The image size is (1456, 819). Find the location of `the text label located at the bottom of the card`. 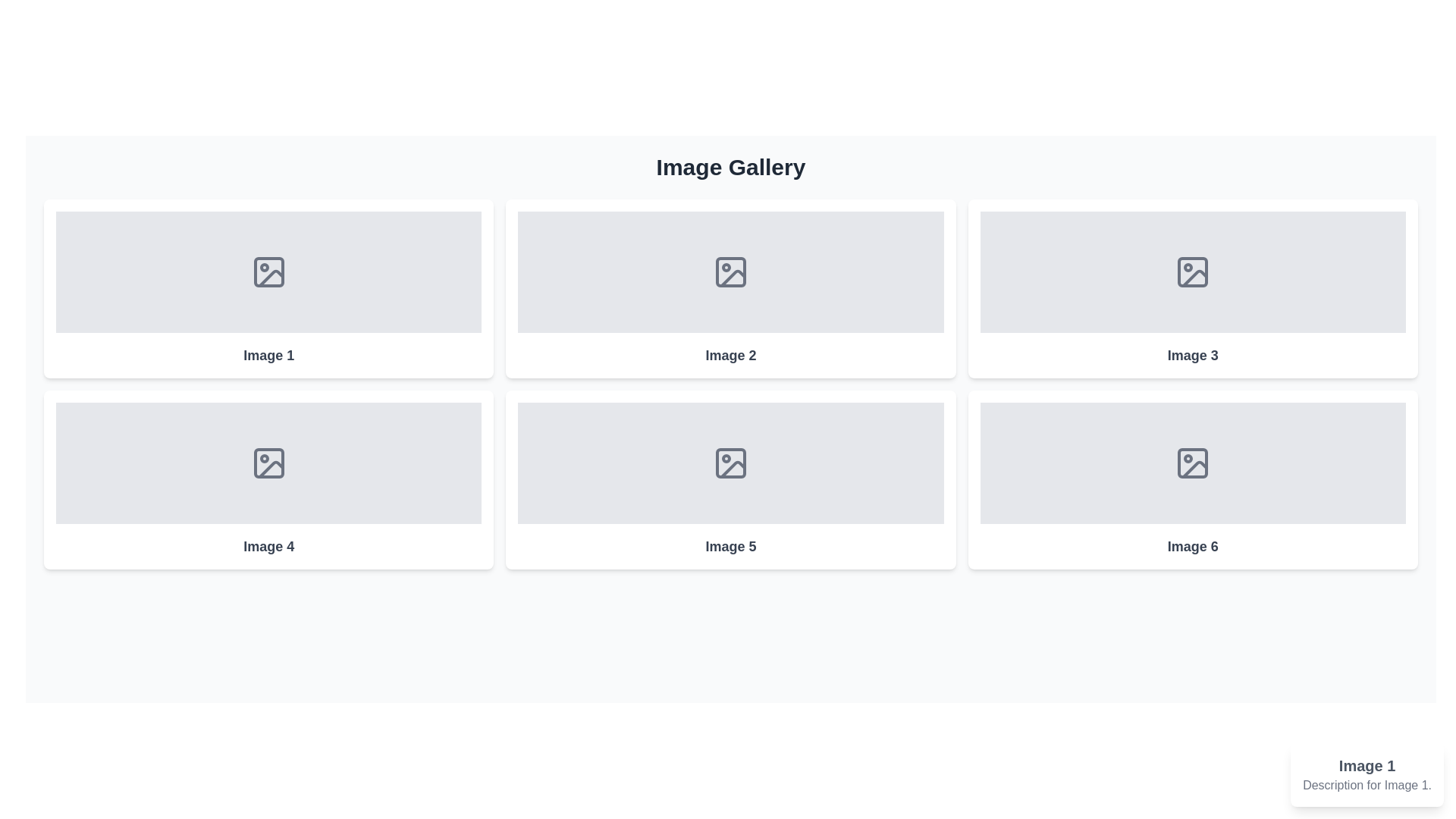

the text label located at the bottom of the card is located at coordinates (731, 356).